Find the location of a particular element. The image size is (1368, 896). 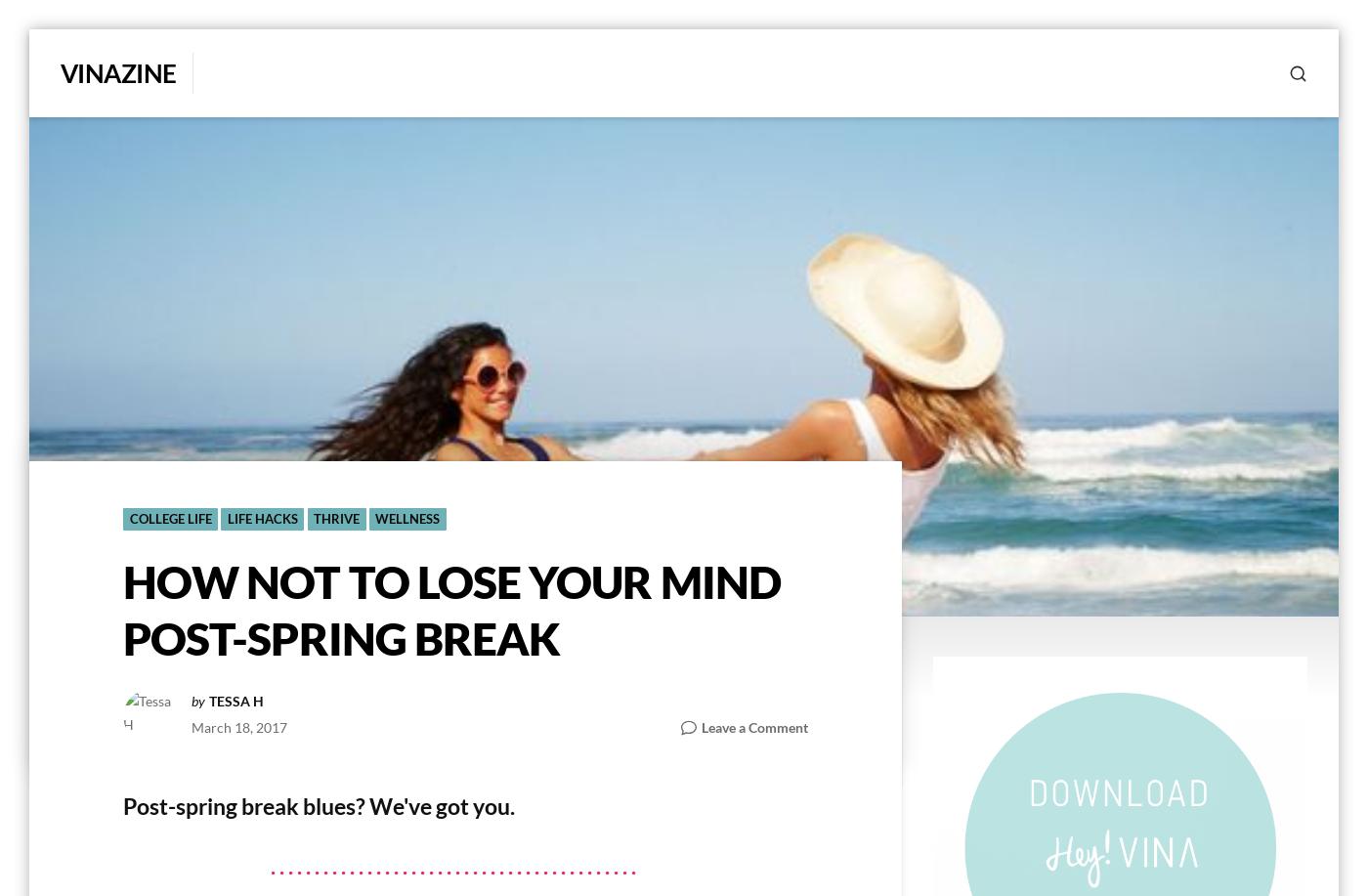

'March 18, 2017' is located at coordinates (238, 726).